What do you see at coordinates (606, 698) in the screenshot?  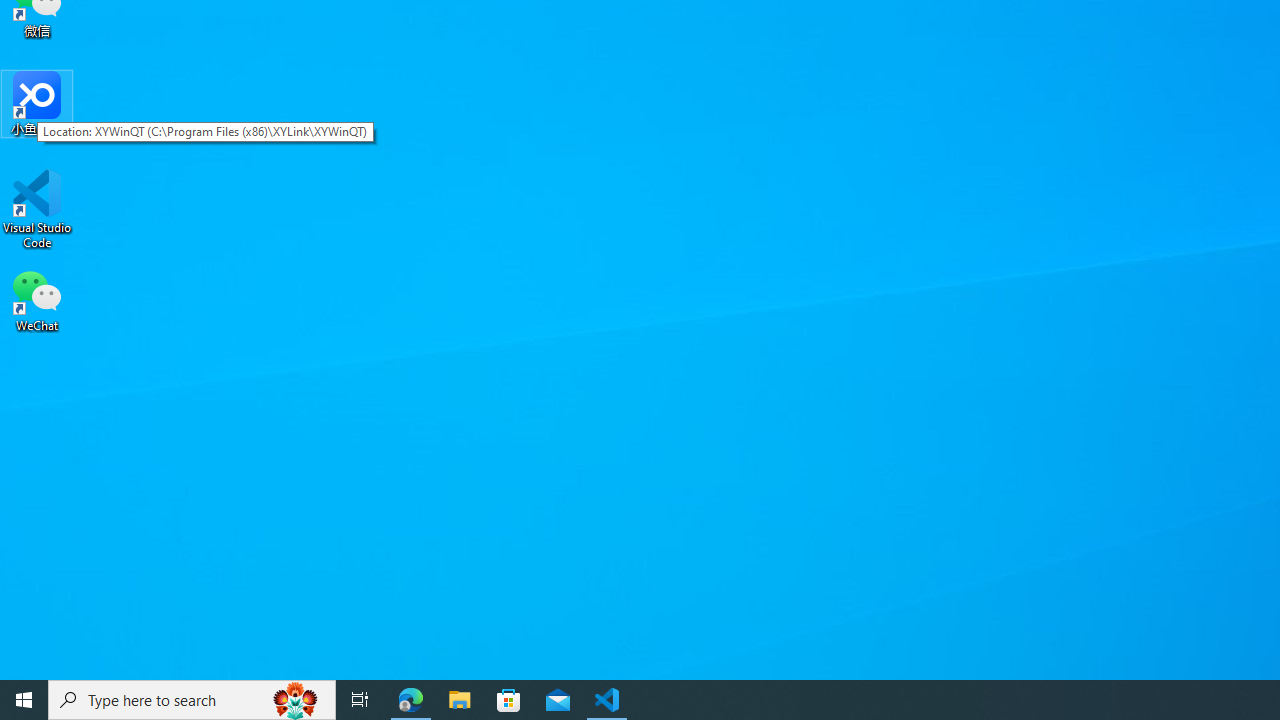 I see `'Visual Studio Code - 1 running window'` at bounding box center [606, 698].